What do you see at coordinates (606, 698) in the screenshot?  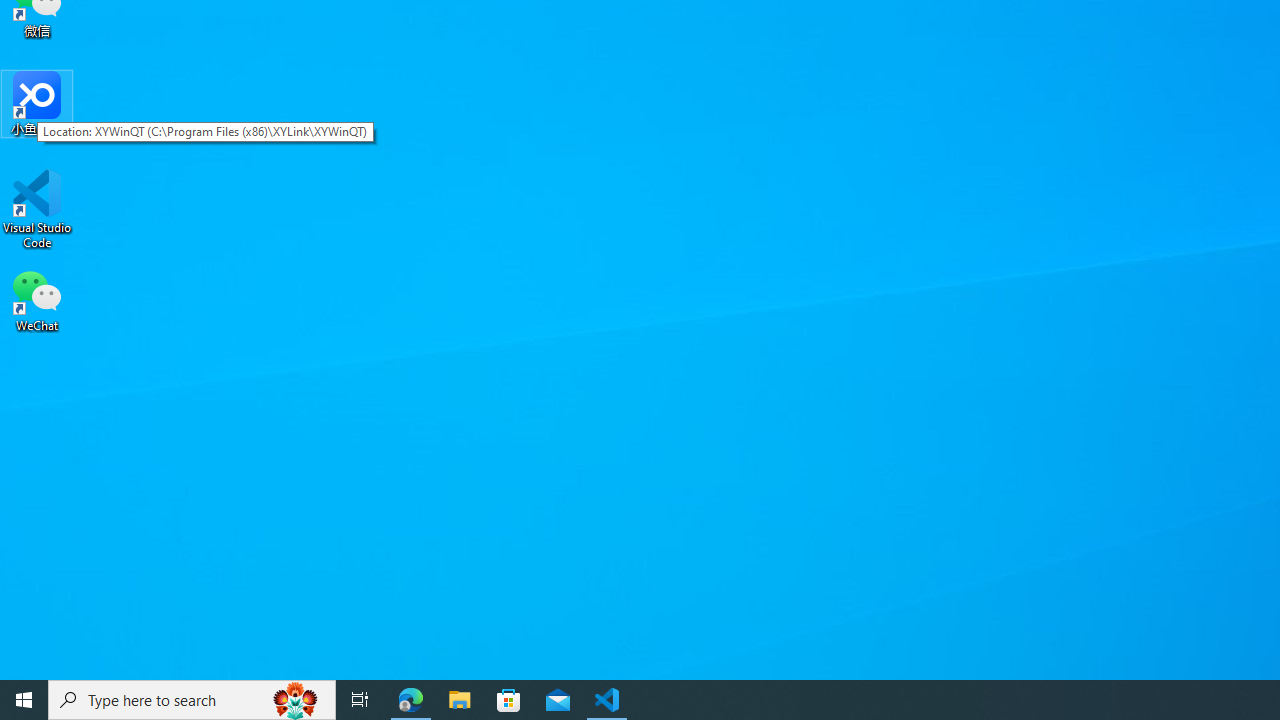 I see `'Visual Studio Code - 1 running window'` at bounding box center [606, 698].